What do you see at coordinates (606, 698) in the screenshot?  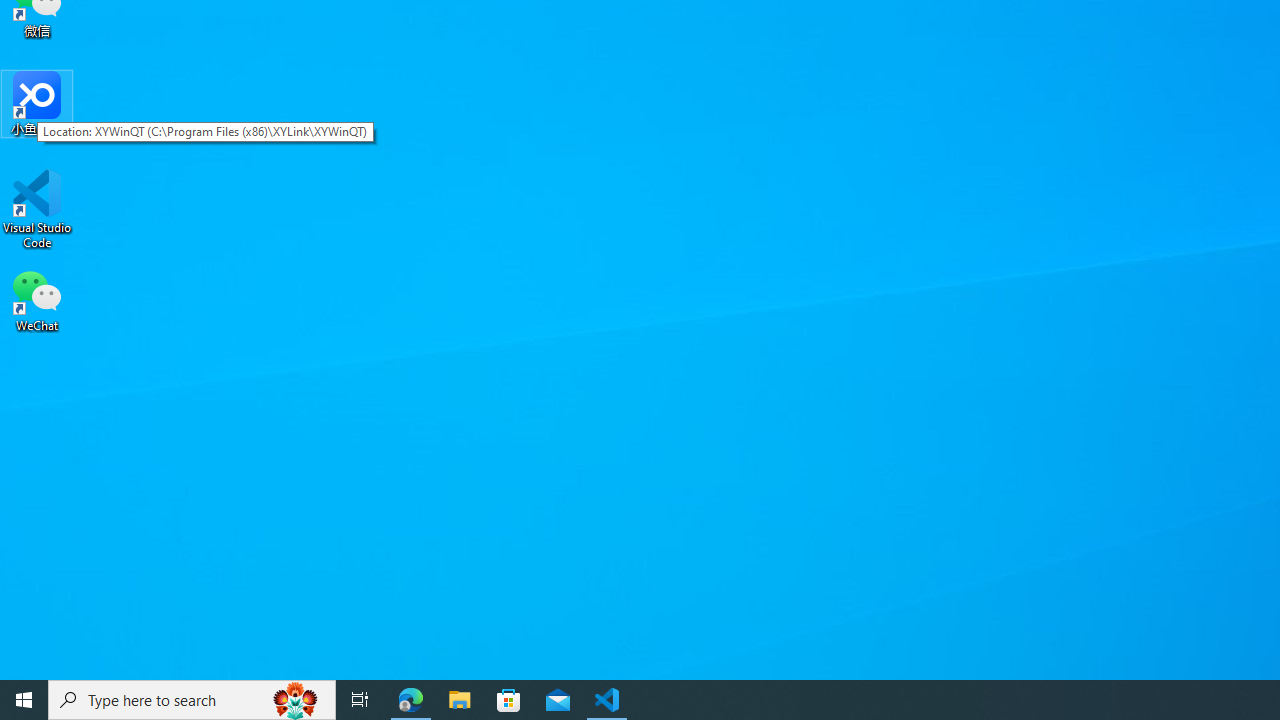 I see `'Visual Studio Code - 1 running window'` at bounding box center [606, 698].